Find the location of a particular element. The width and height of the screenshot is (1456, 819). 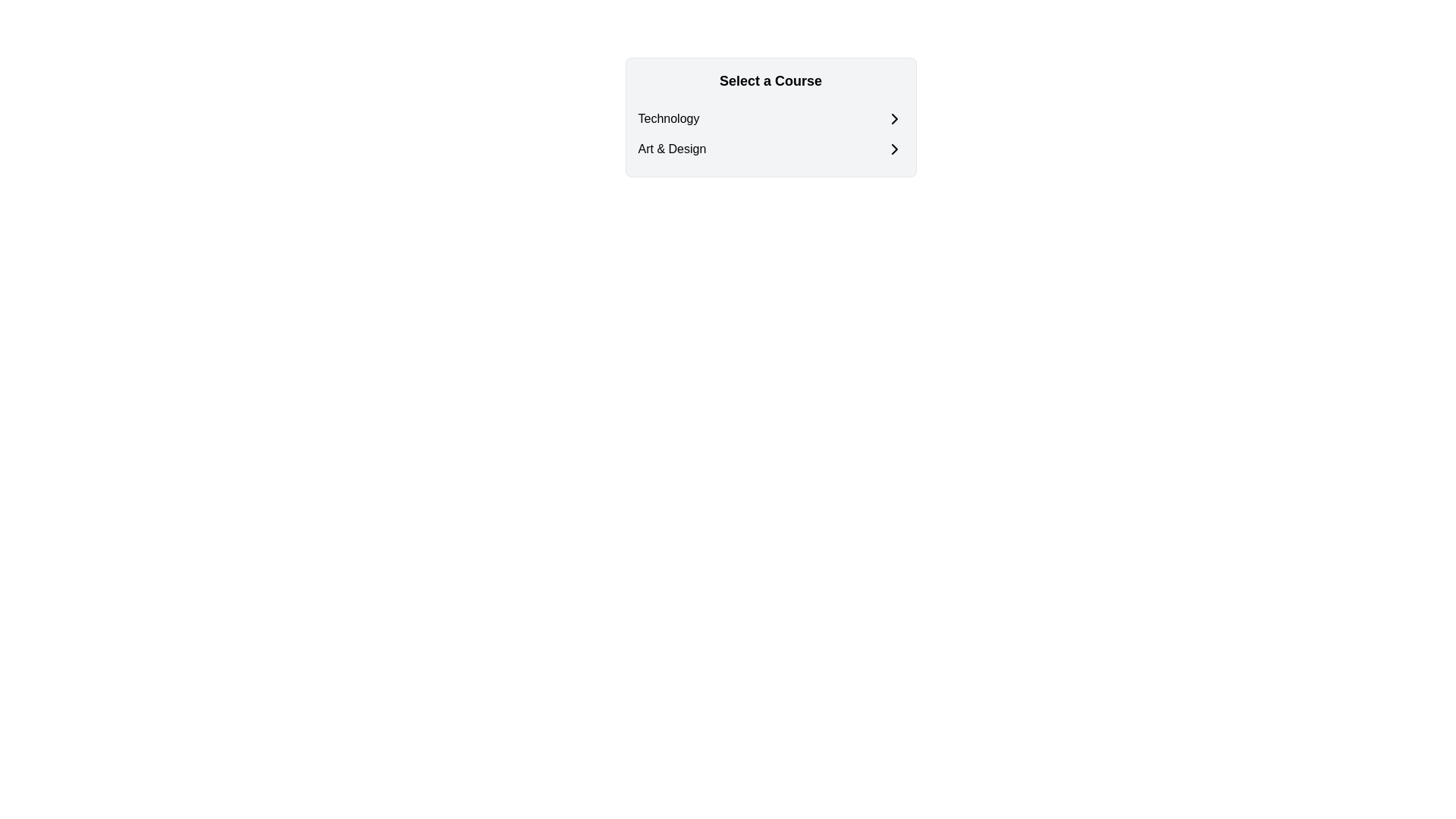

the text label displaying 'Technology' is located at coordinates (668, 118).